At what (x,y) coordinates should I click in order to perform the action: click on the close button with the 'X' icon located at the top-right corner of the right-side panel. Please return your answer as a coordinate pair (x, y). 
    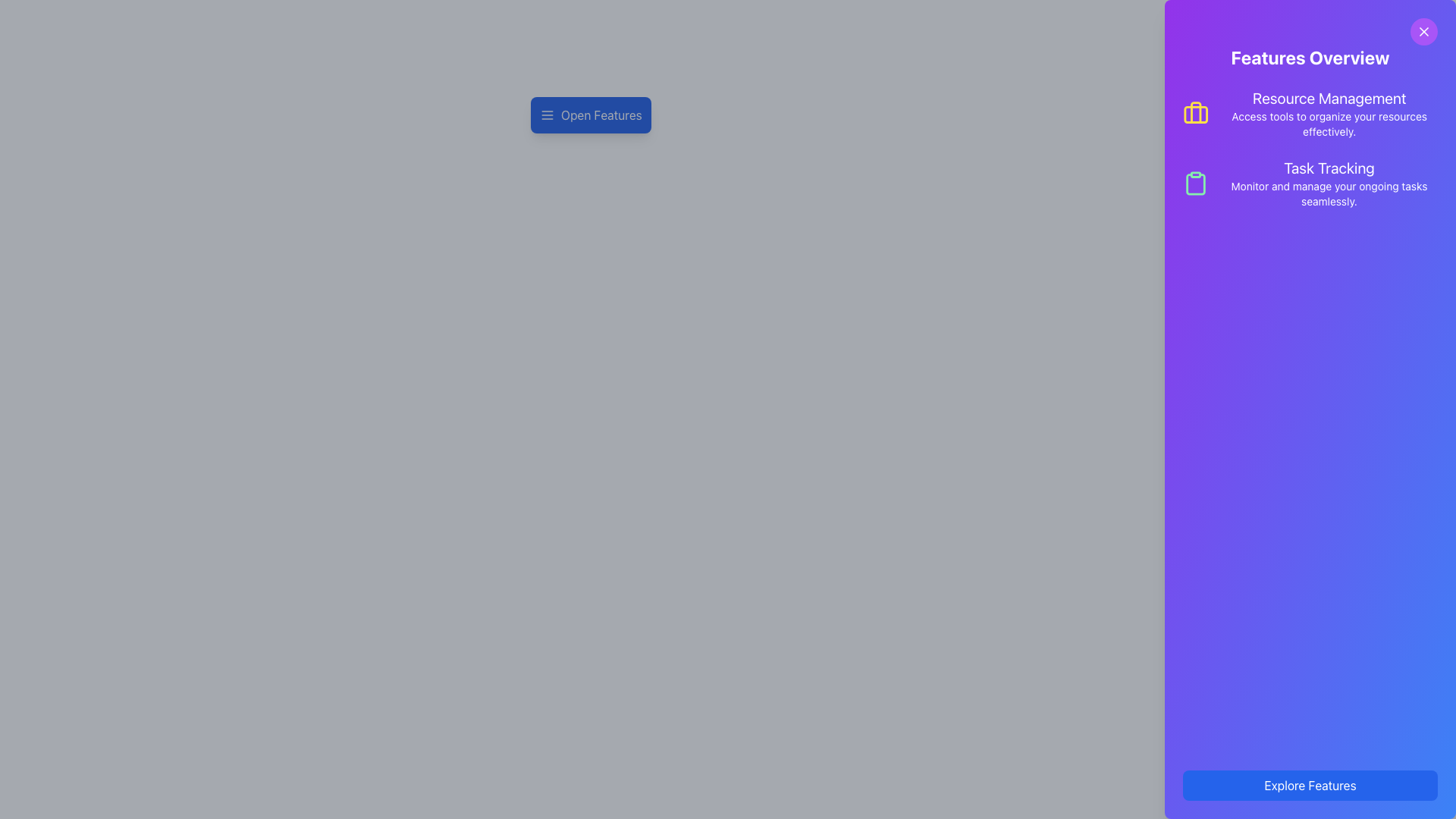
    Looking at the image, I should click on (1423, 32).